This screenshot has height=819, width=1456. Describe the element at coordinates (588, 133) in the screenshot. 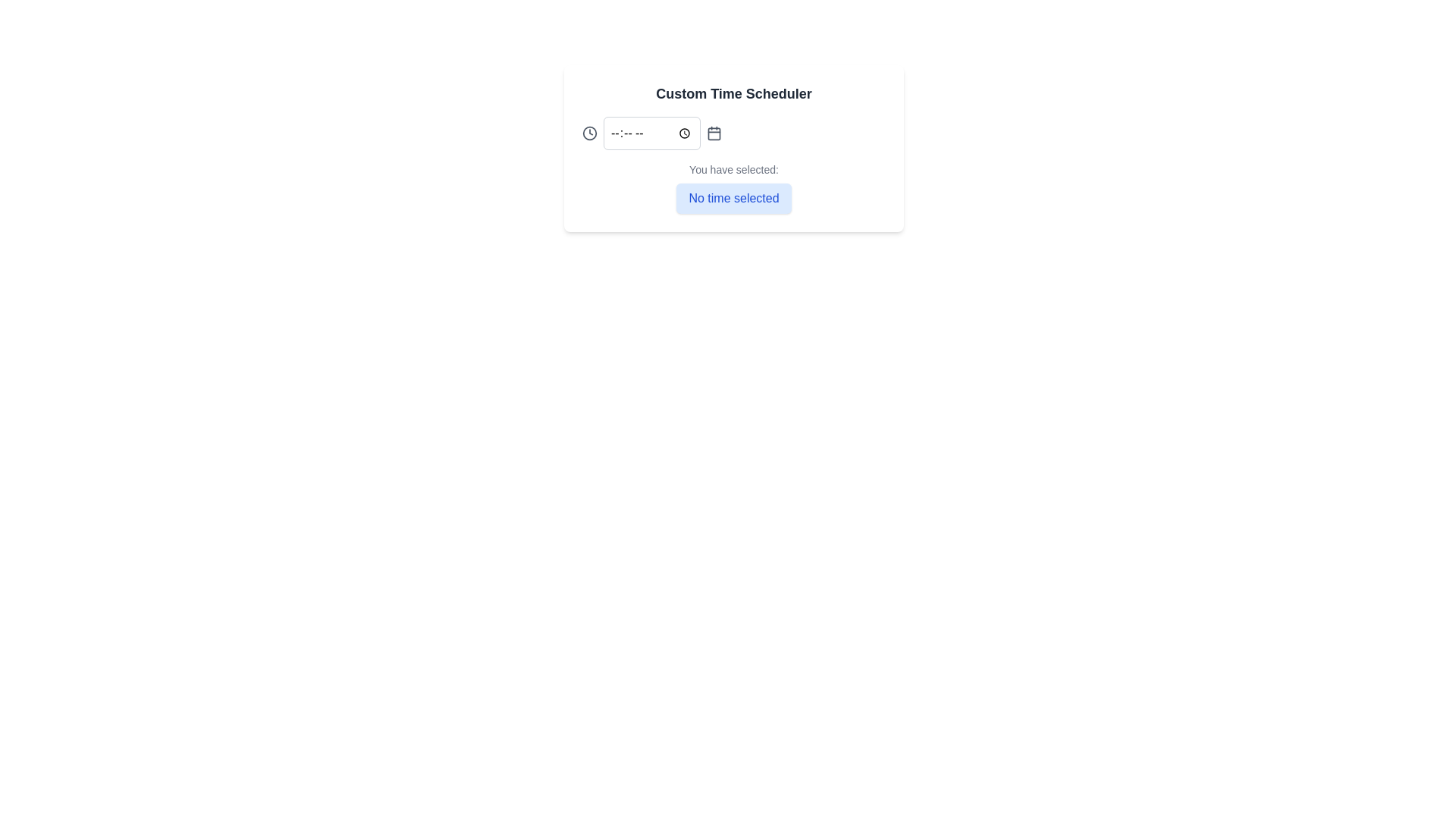

I see `the SVG circle element representing the border of a clock icon, positioned to the left of the time input field labeled with dashes ('--:--'), to trigger a tooltip or visual effect` at that location.